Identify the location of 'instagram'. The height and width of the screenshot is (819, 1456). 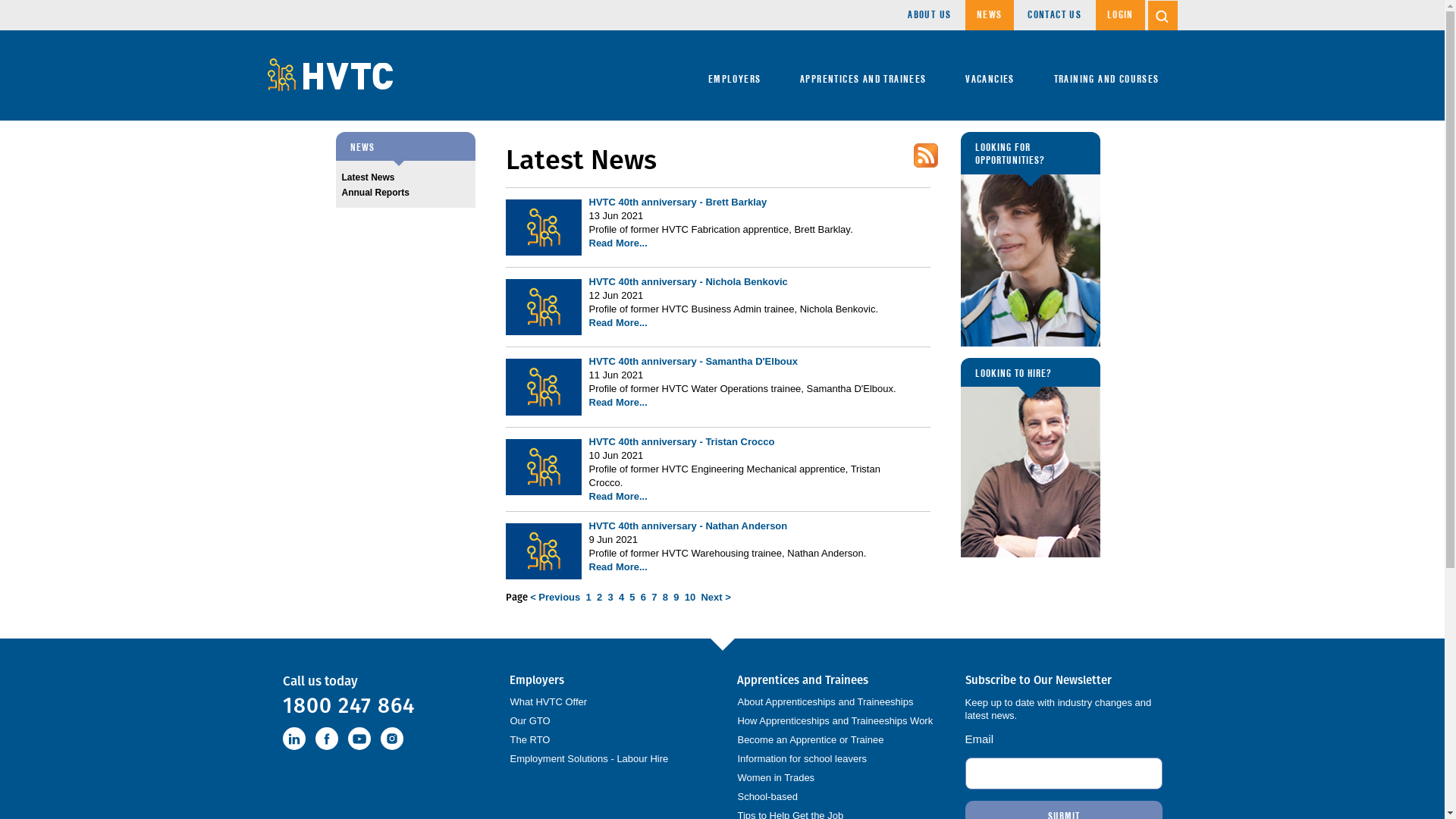
(392, 738).